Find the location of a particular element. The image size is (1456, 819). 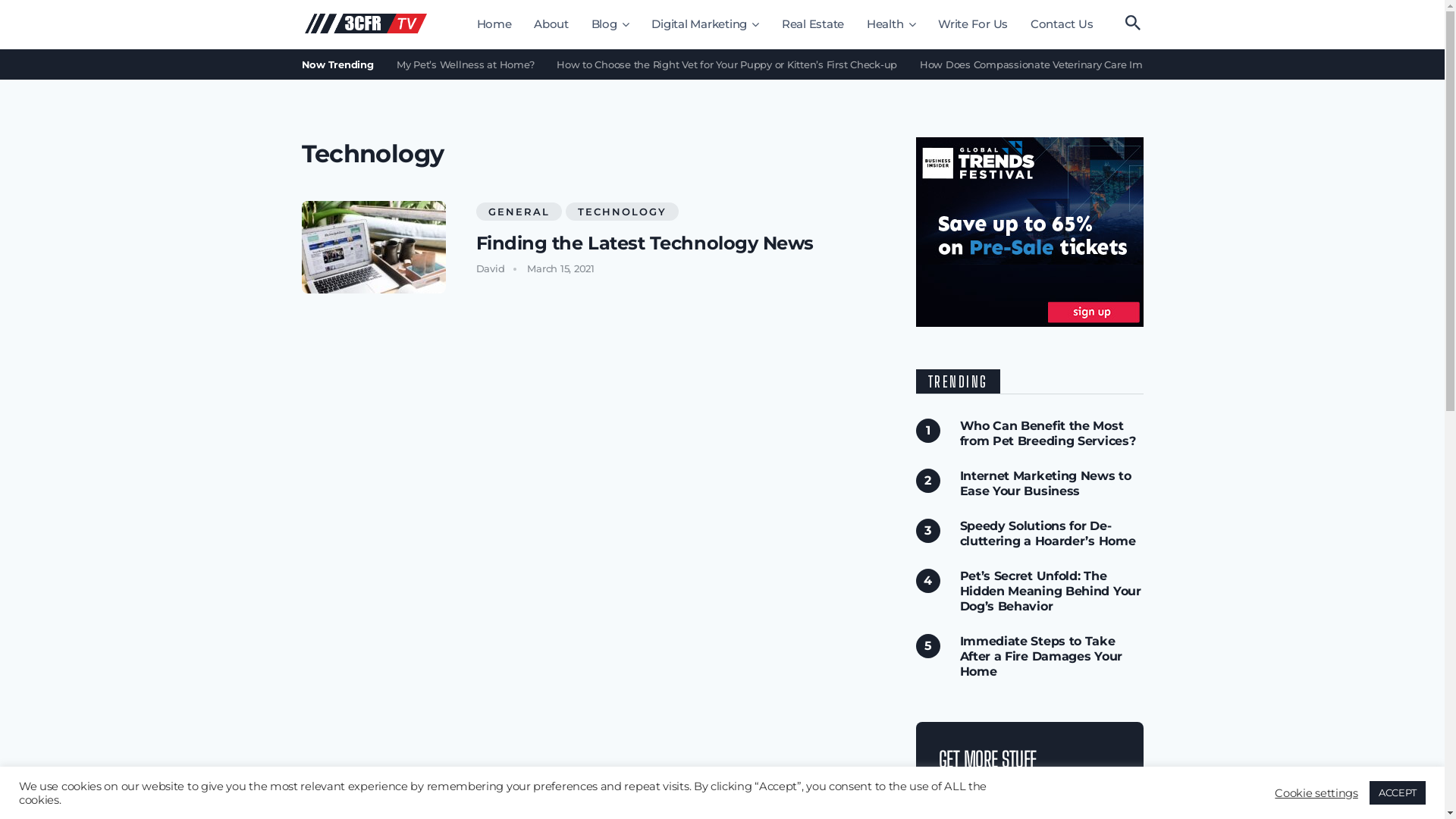

'David' is located at coordinates (491, 268).